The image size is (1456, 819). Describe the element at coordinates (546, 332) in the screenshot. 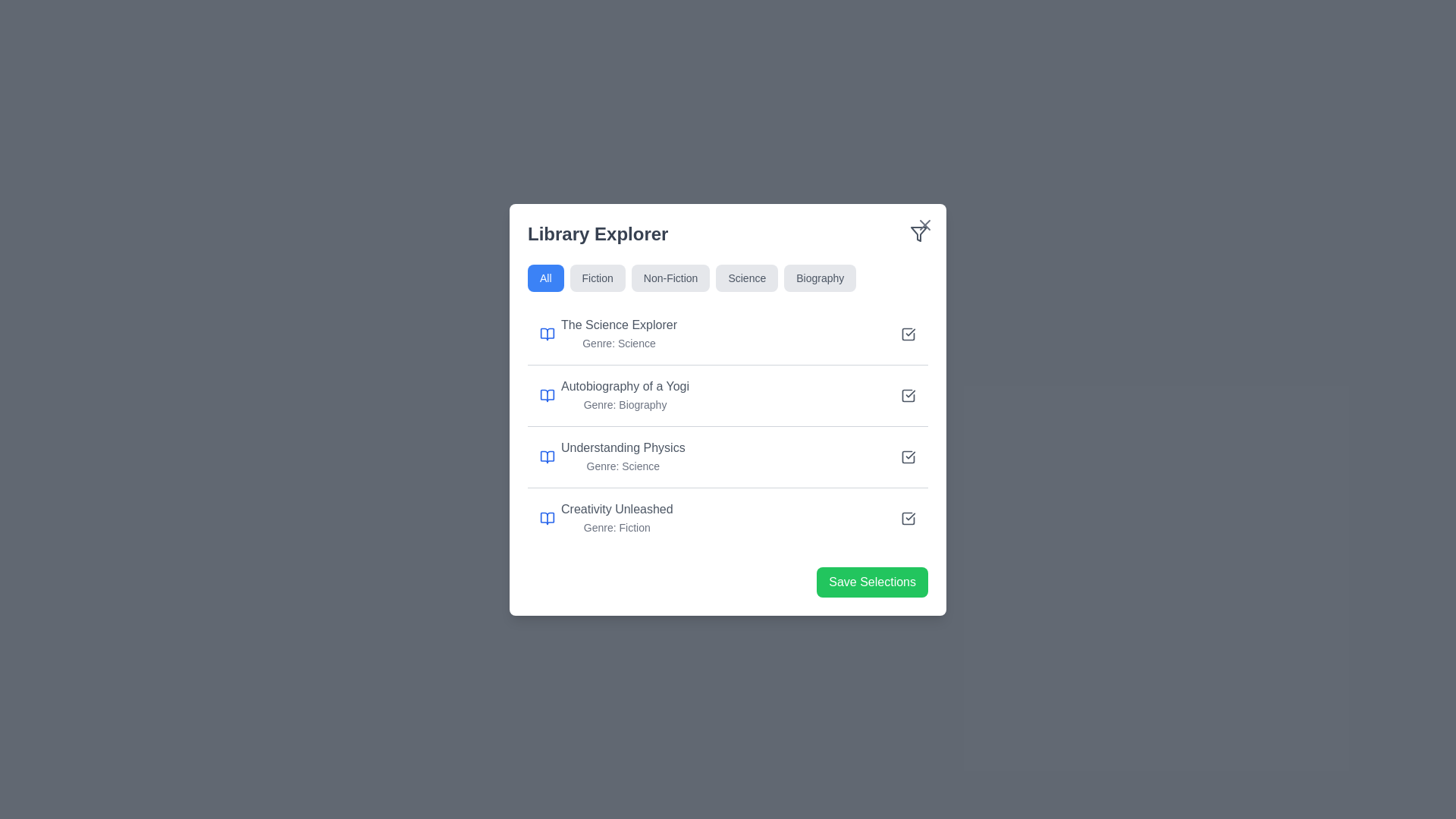

I see `the blue book-like icon located to the left of the text 'The Science Explorer' within the 'Library Explorer' section` at that location.